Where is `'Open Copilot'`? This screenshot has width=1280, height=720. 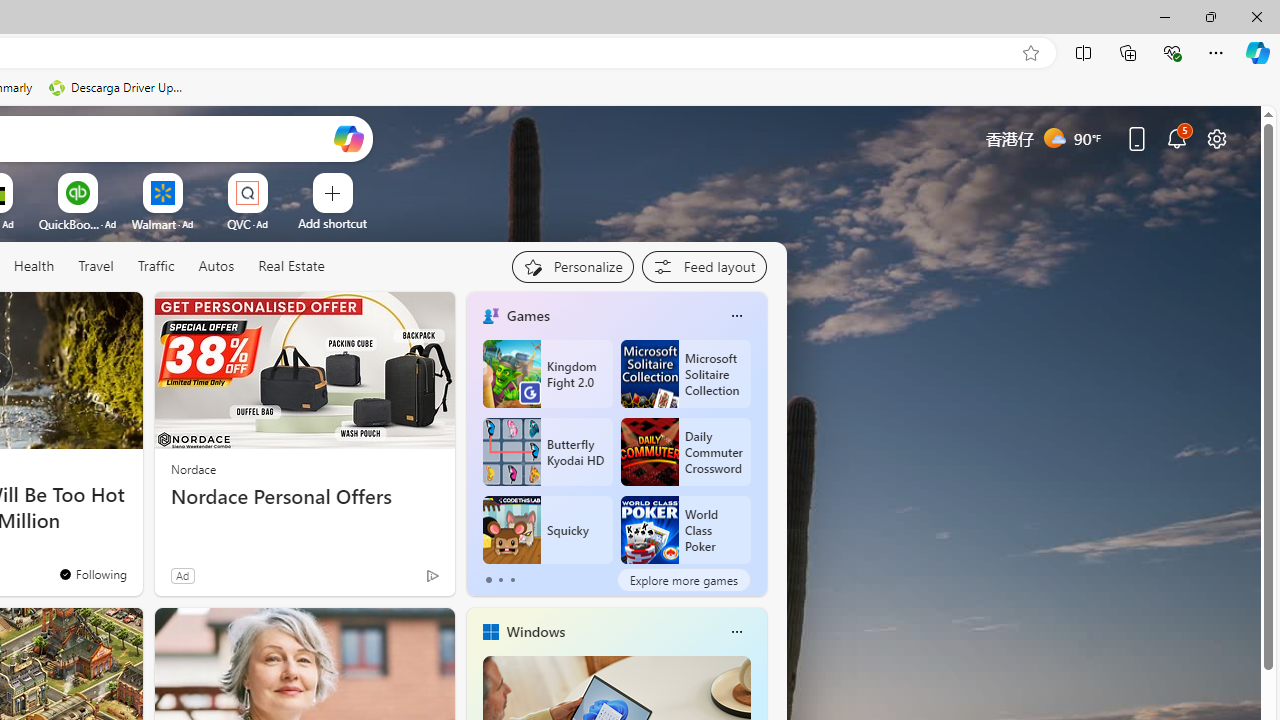 'Open Copilot' is located at coordinates (348, 137).